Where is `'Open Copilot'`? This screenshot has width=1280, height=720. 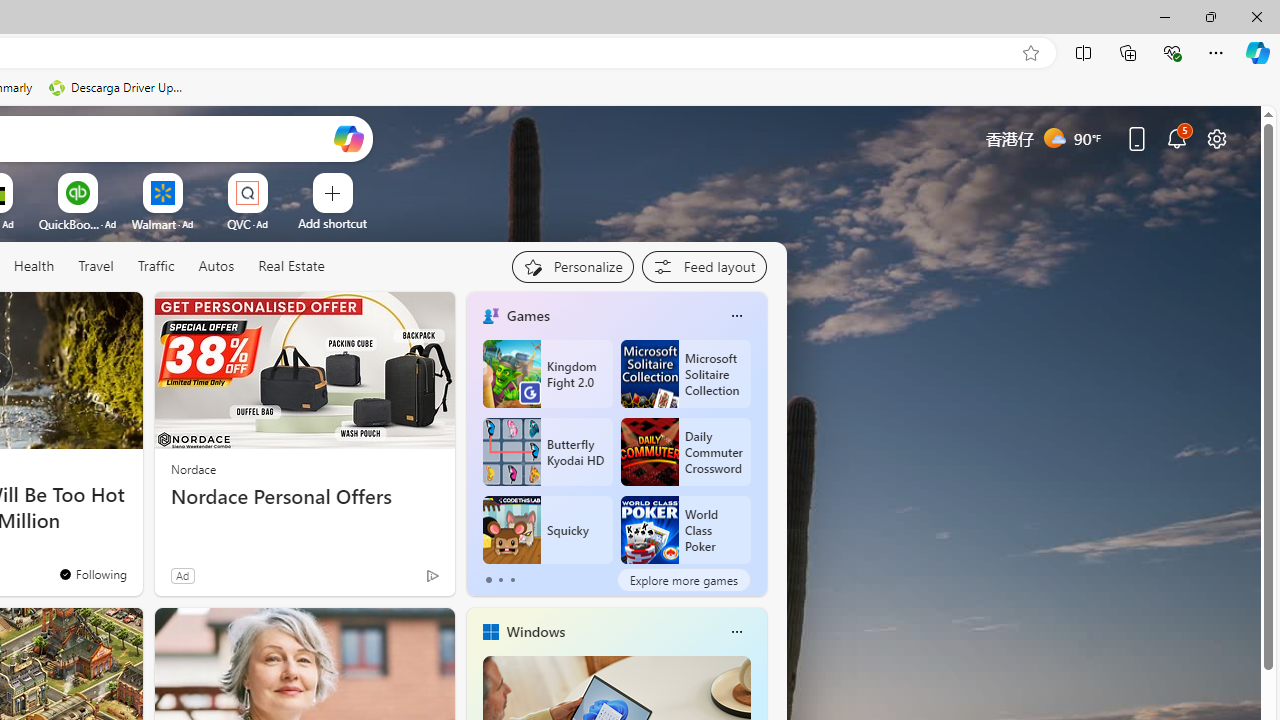 'Open Copilot' is located at coordinates (348, 137).